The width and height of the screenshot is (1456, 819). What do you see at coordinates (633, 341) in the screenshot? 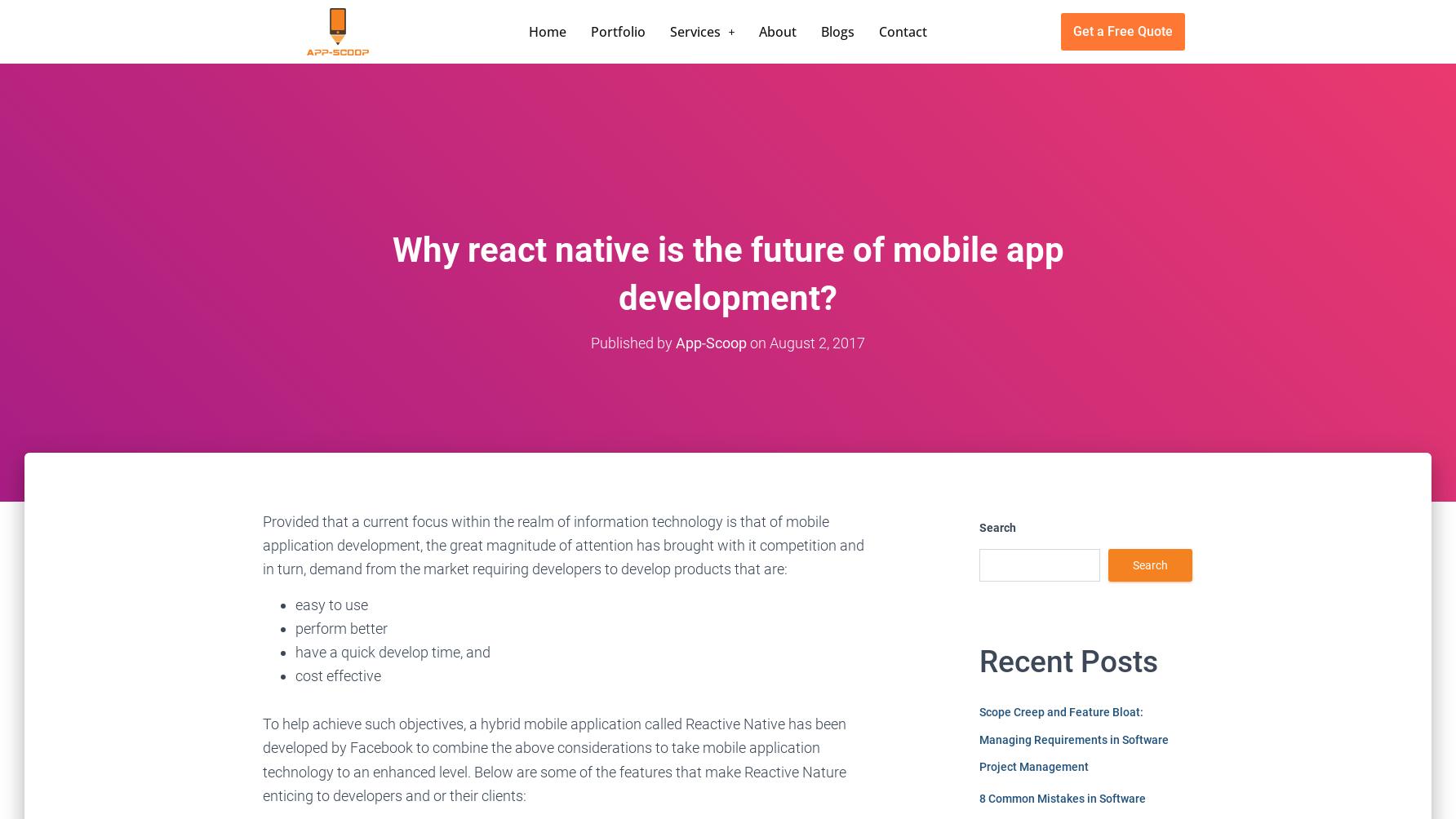
I see `'Published by'` at bounding box center [633, 341].